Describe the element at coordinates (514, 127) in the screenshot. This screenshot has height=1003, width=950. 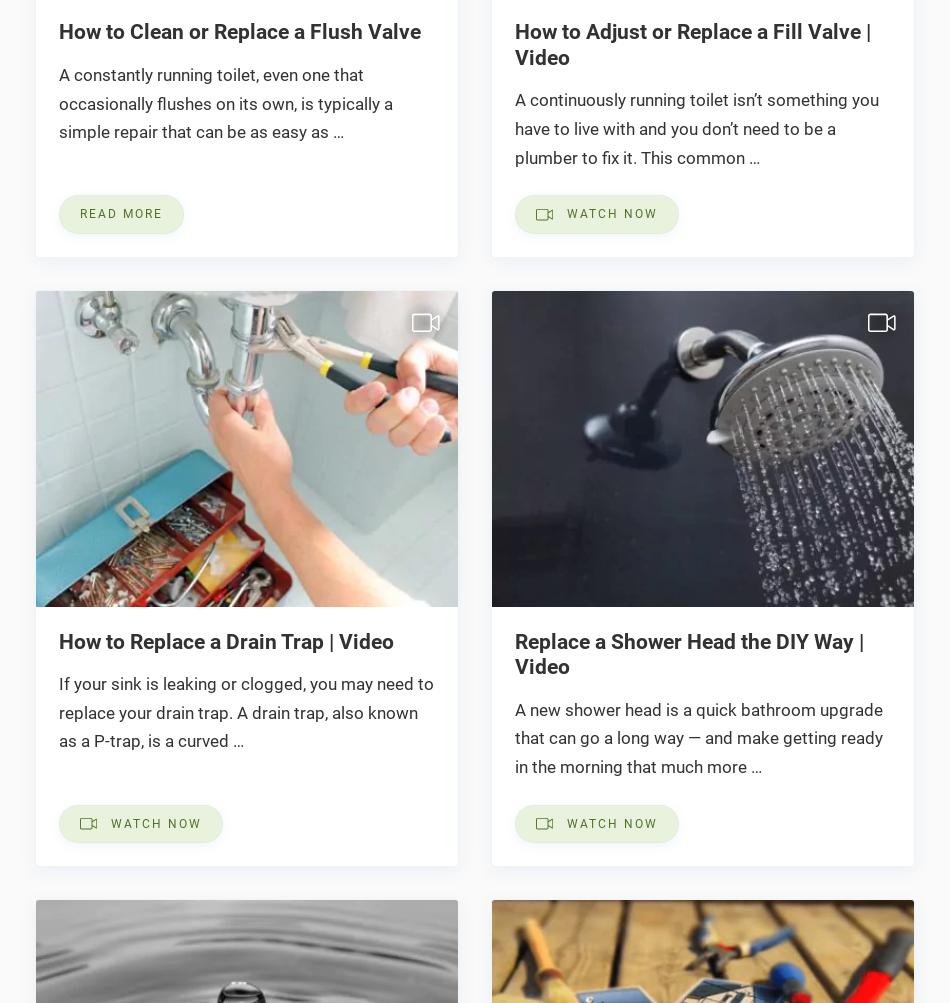
I see `'A continuously running toilet isn’t something you have to live with and you don’t need to be a plumber to fix it. This common …'` at that location.